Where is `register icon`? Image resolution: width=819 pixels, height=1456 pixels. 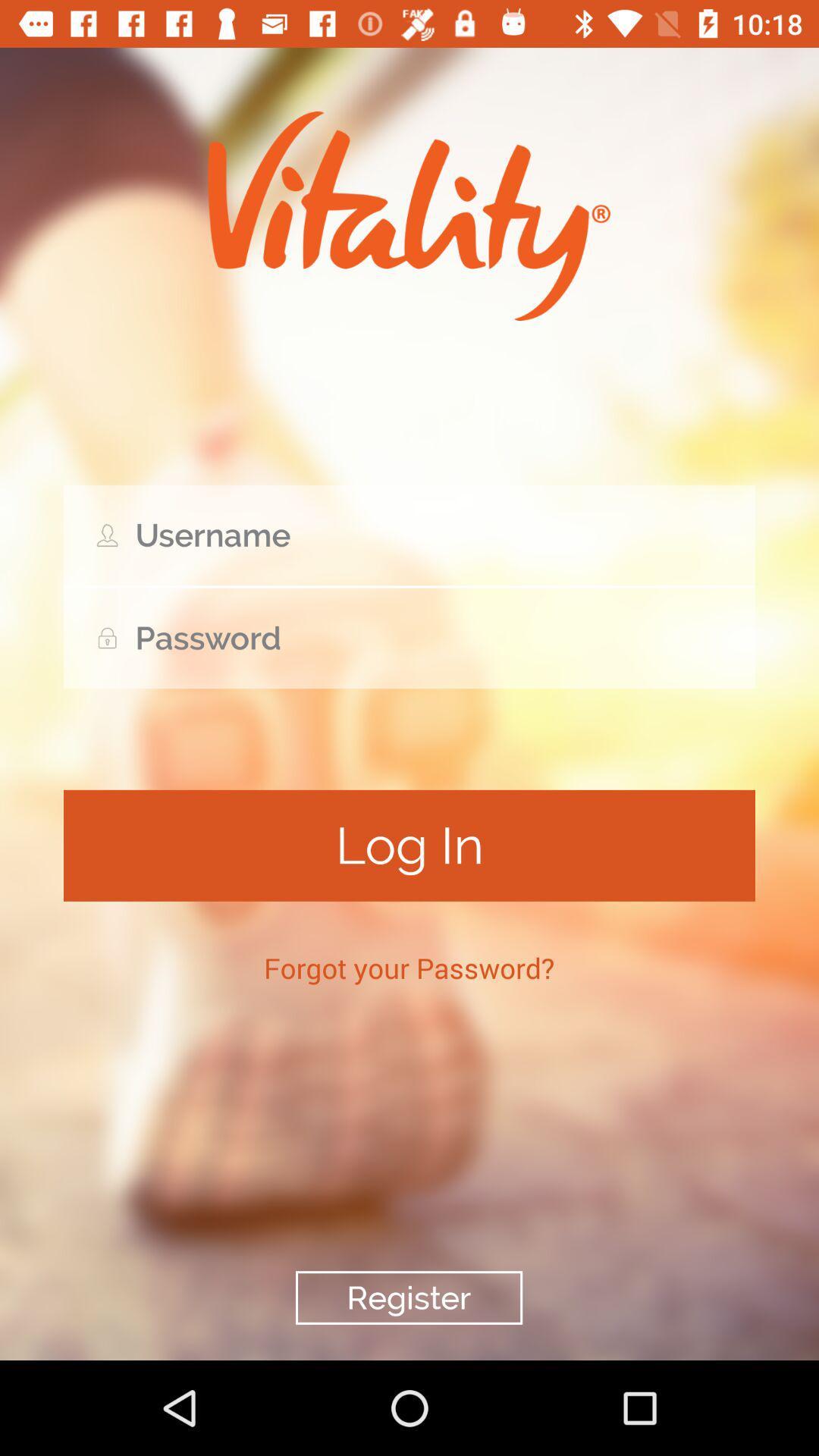
register icon is located at coordinates (408, 1297).